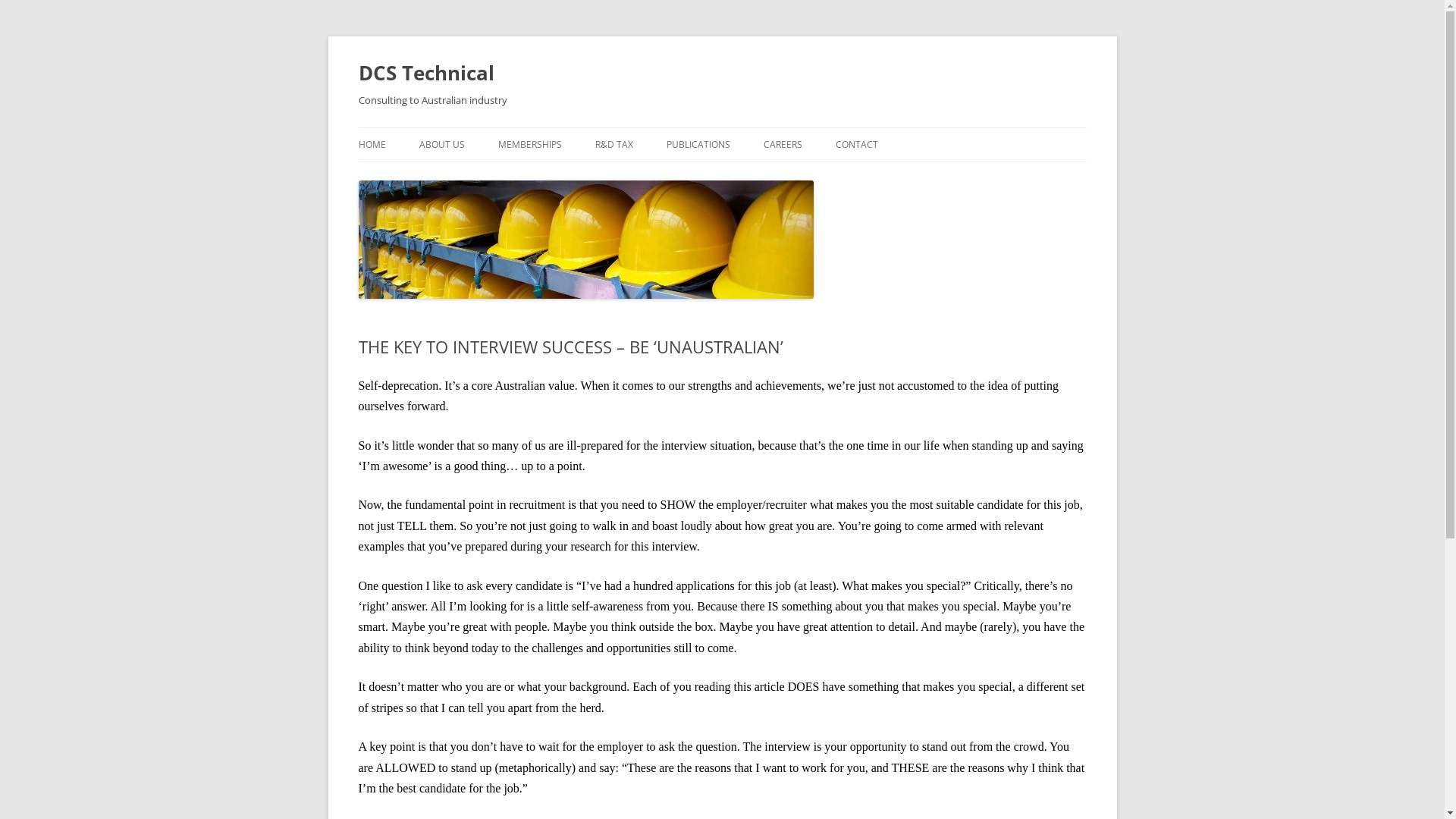  I want to click on 'HOME', so click(371, 145).